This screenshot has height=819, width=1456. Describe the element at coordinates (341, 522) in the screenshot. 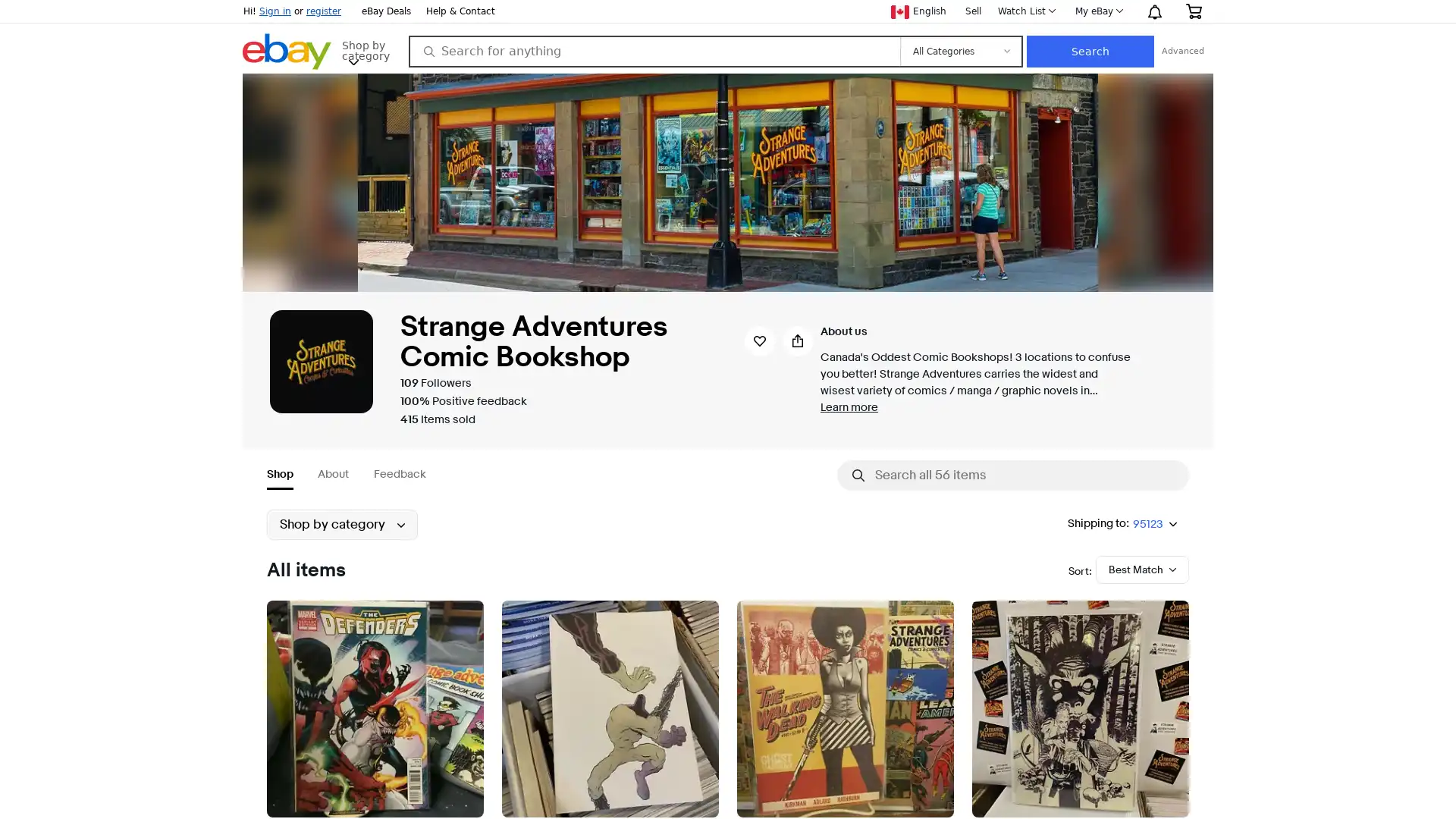

I see `Shop by category` at that location.